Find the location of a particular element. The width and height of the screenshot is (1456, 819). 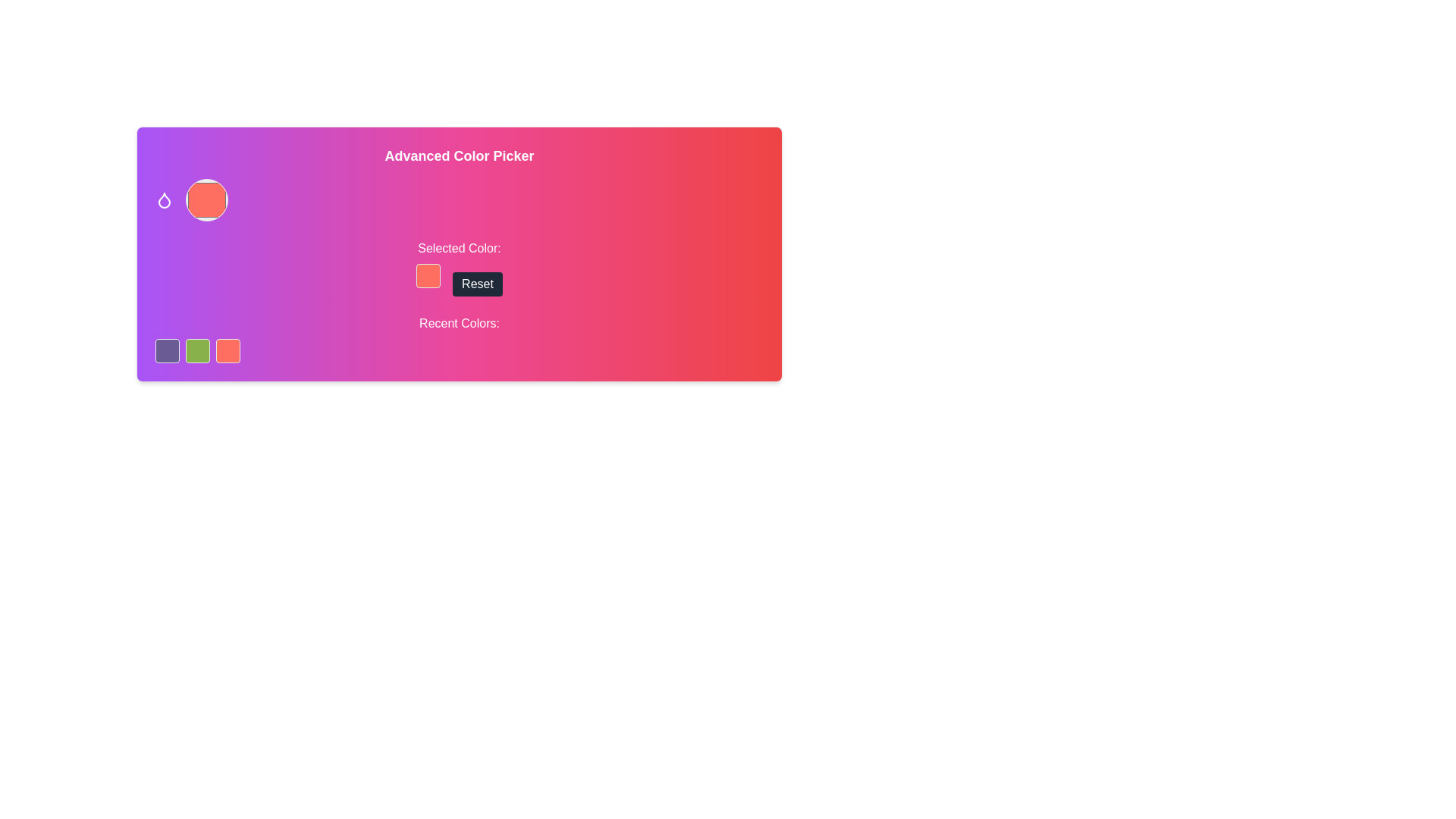

the reset button located to the right of the color preview box with a coral background to reset the currently selected color to its default state is located at coordinates (476, 284).